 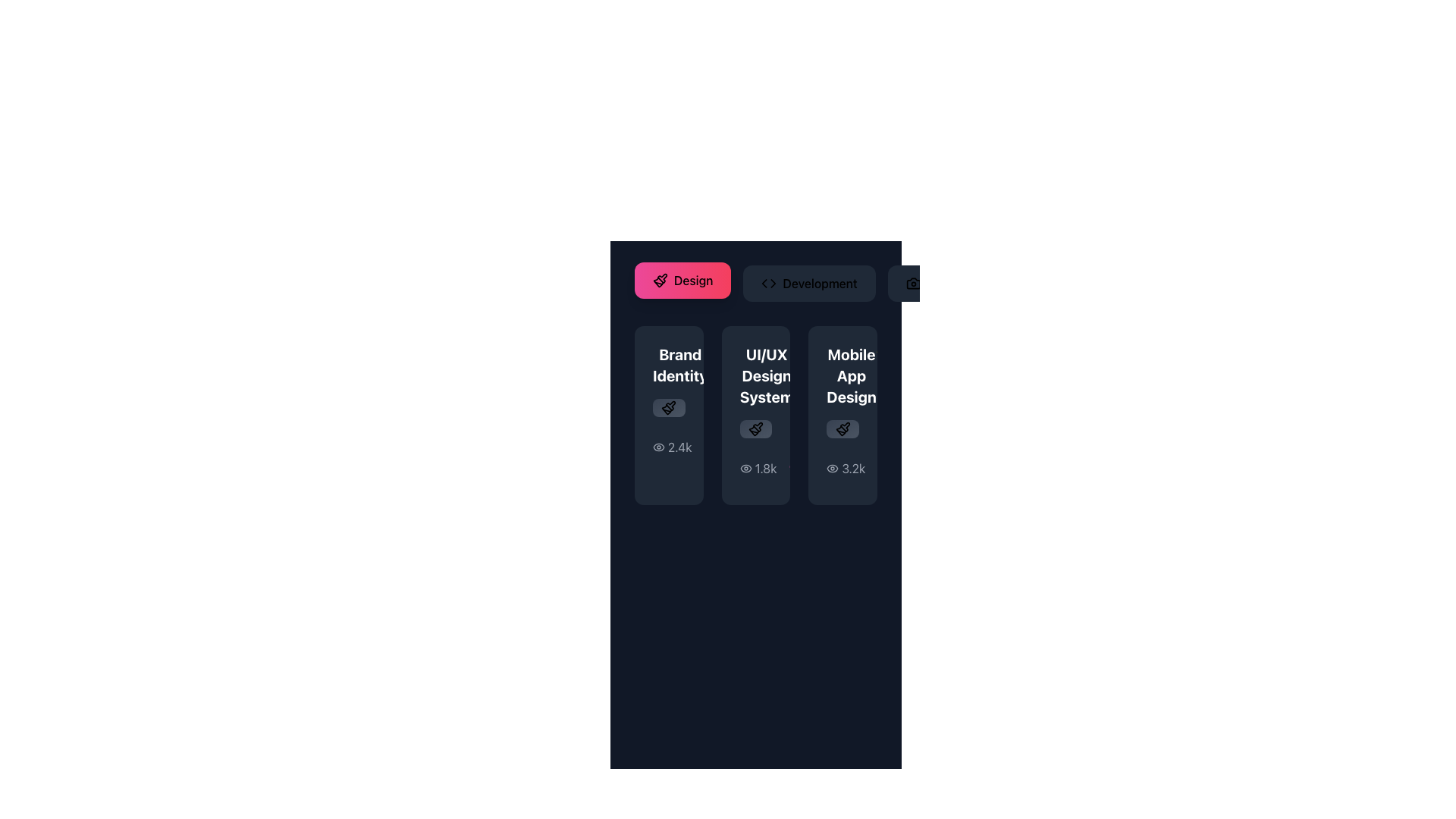 What do you see at coordinates (756, 284) in the screenshot?
I see `the 'Development' button, which is the second button in a horizontal group of buttons labeled 'Design', 'Development', and 'Photography'. The 'Development' button has a dark grey background and is adjacent to the highlighted 'Design' button on the left and the 'Photography' button on the right` at bounding box center [756, 284].